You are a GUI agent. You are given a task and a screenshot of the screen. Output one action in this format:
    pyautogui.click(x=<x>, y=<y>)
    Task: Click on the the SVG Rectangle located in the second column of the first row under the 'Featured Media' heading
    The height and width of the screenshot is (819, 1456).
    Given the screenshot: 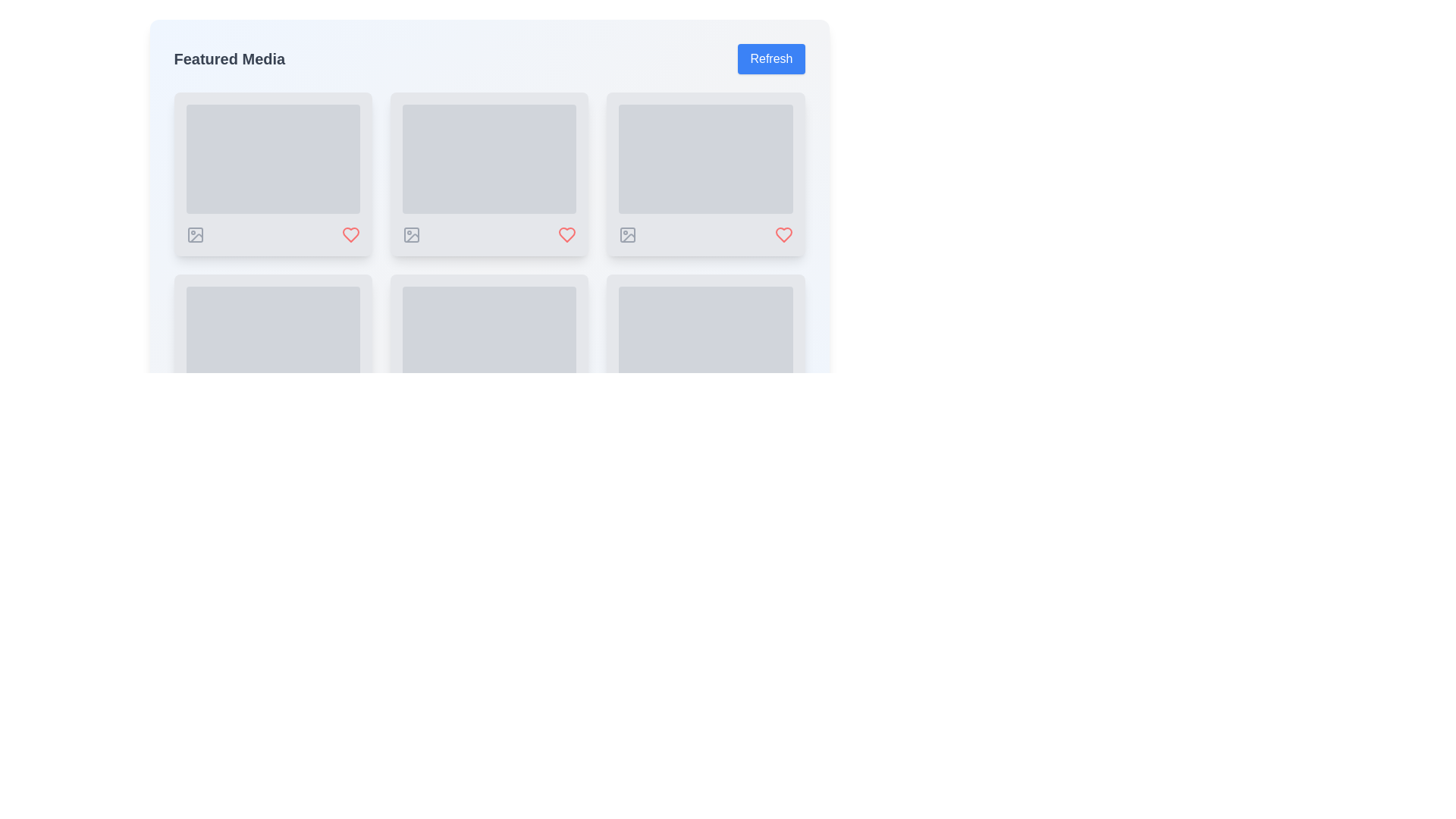 What is the action you would take?
    pyautogui.click(x=411, y=234)
    